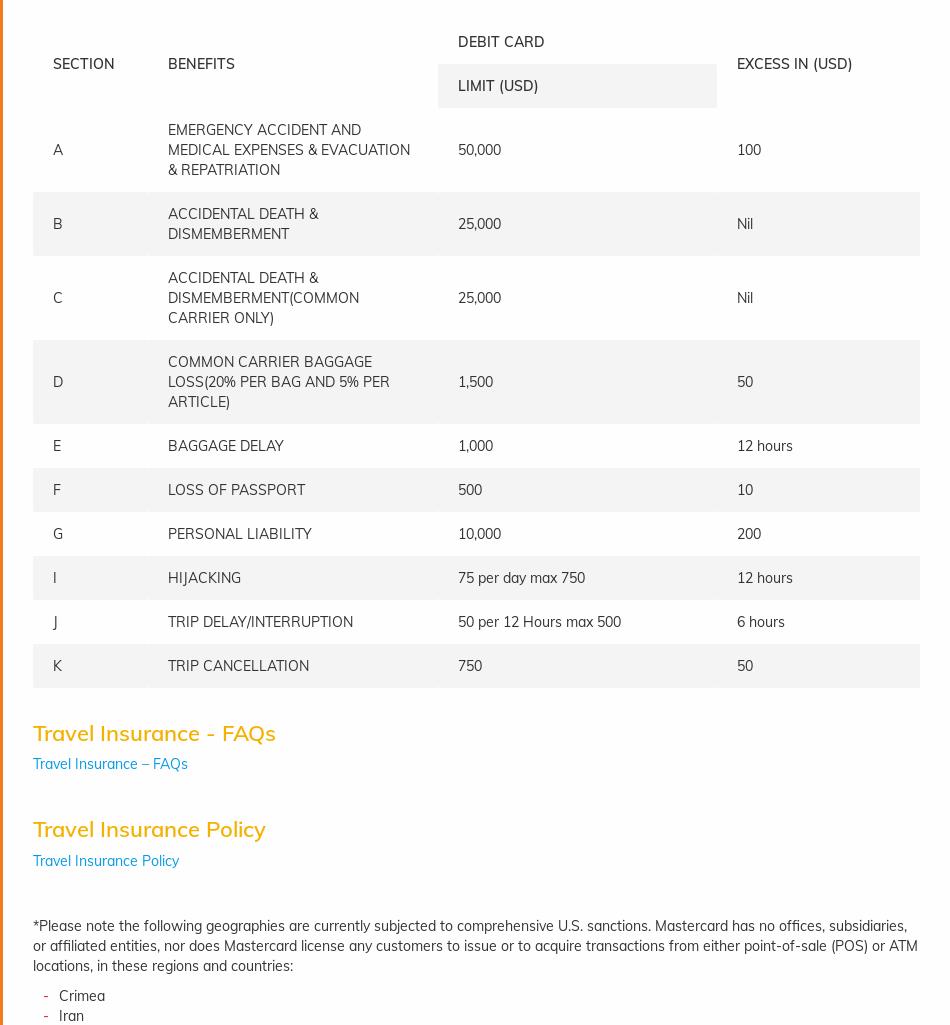  Describe the element at coordinates (240, 223) in the screenshot. I see `'ACCIDENTAL DEATH & DISMEMBERMENT'` at that location.